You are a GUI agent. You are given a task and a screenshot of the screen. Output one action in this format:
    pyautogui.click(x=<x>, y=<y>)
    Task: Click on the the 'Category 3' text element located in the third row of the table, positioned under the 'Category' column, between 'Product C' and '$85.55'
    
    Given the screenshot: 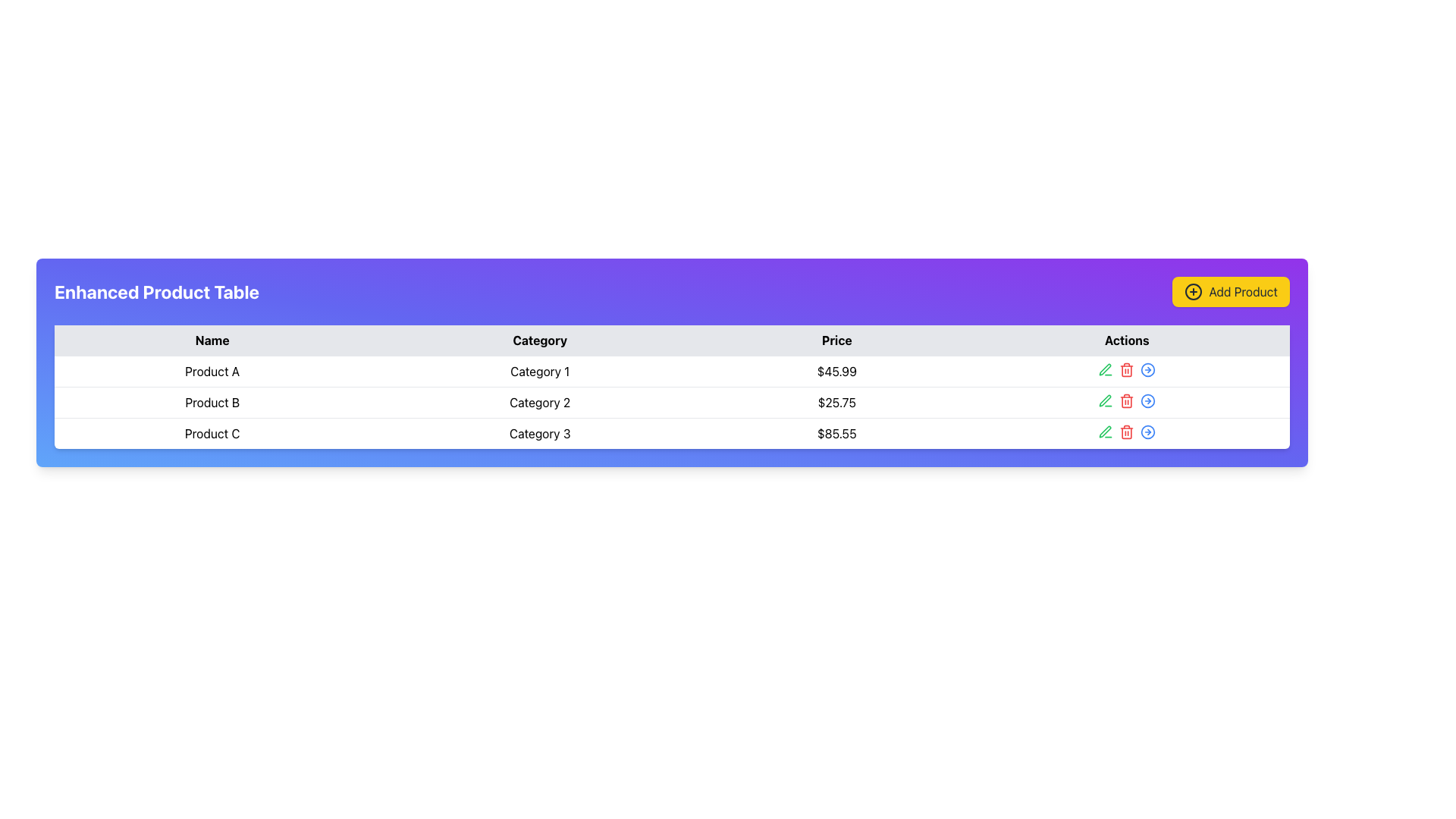 What is the action you would take?
    pyautogui.click(x=540, y=433)
    